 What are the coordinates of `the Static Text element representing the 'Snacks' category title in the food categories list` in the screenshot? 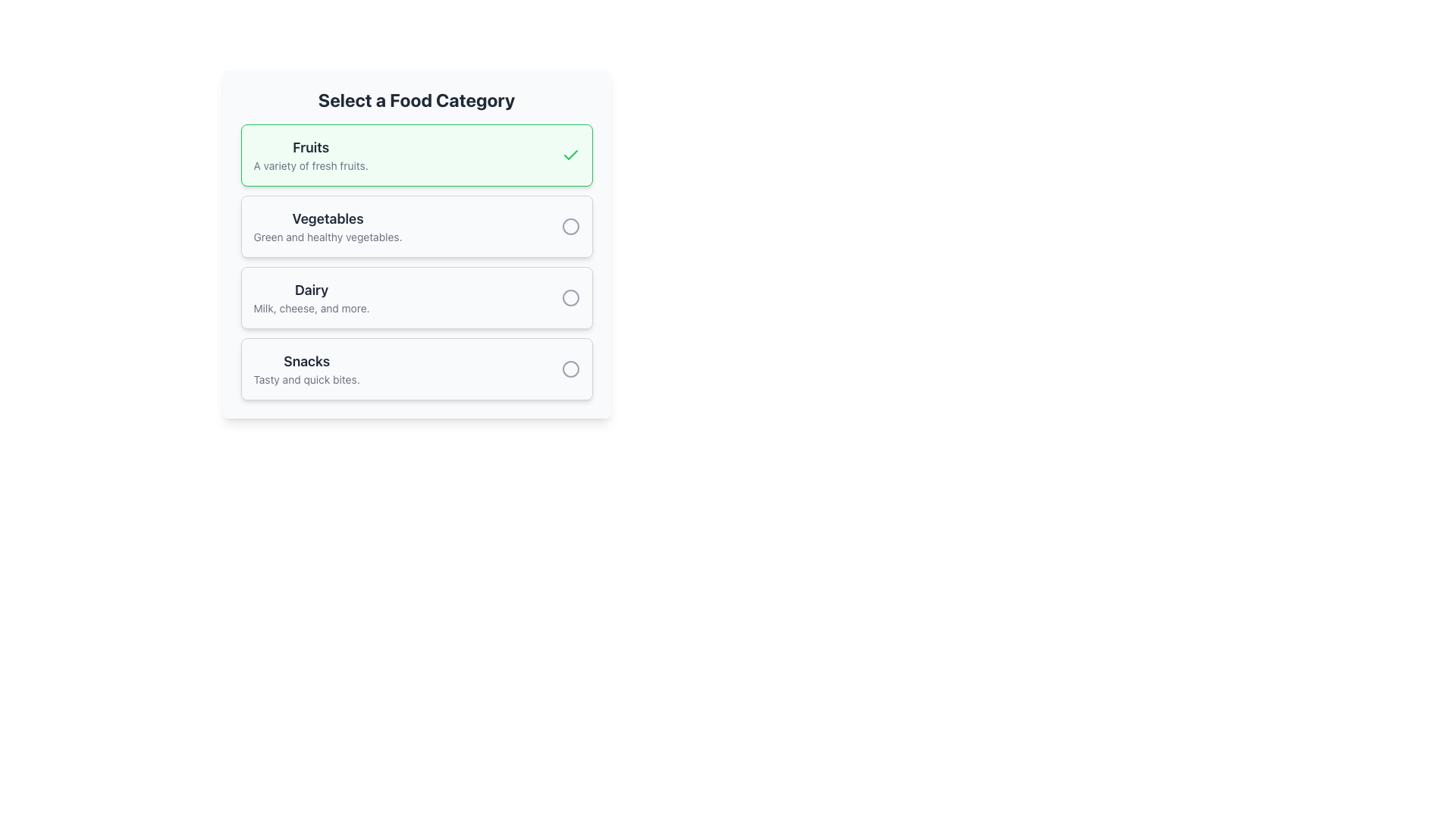 It's located at (306, 362).